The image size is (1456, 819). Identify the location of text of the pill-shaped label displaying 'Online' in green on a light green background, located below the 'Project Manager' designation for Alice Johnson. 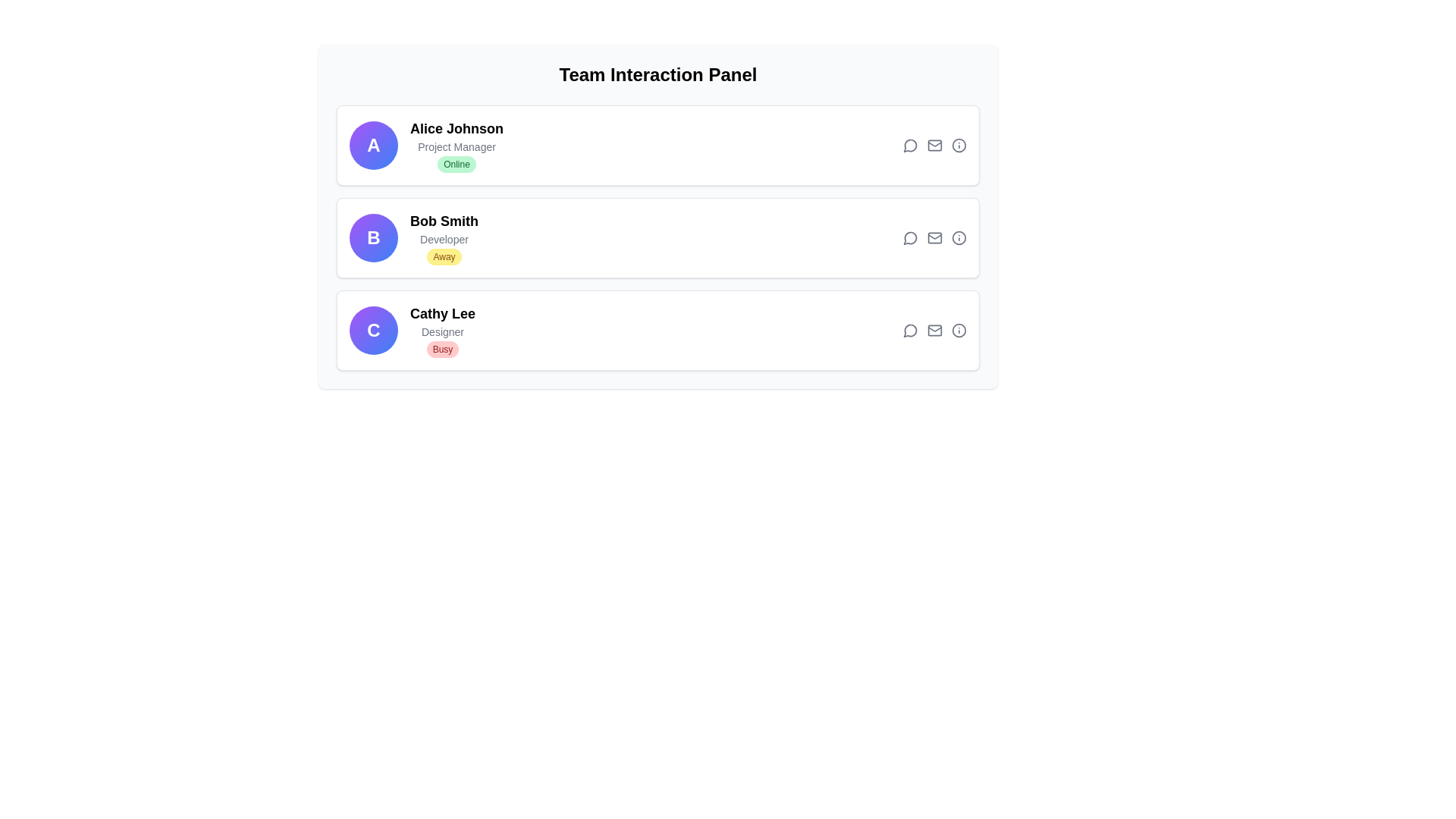
(456, 164).